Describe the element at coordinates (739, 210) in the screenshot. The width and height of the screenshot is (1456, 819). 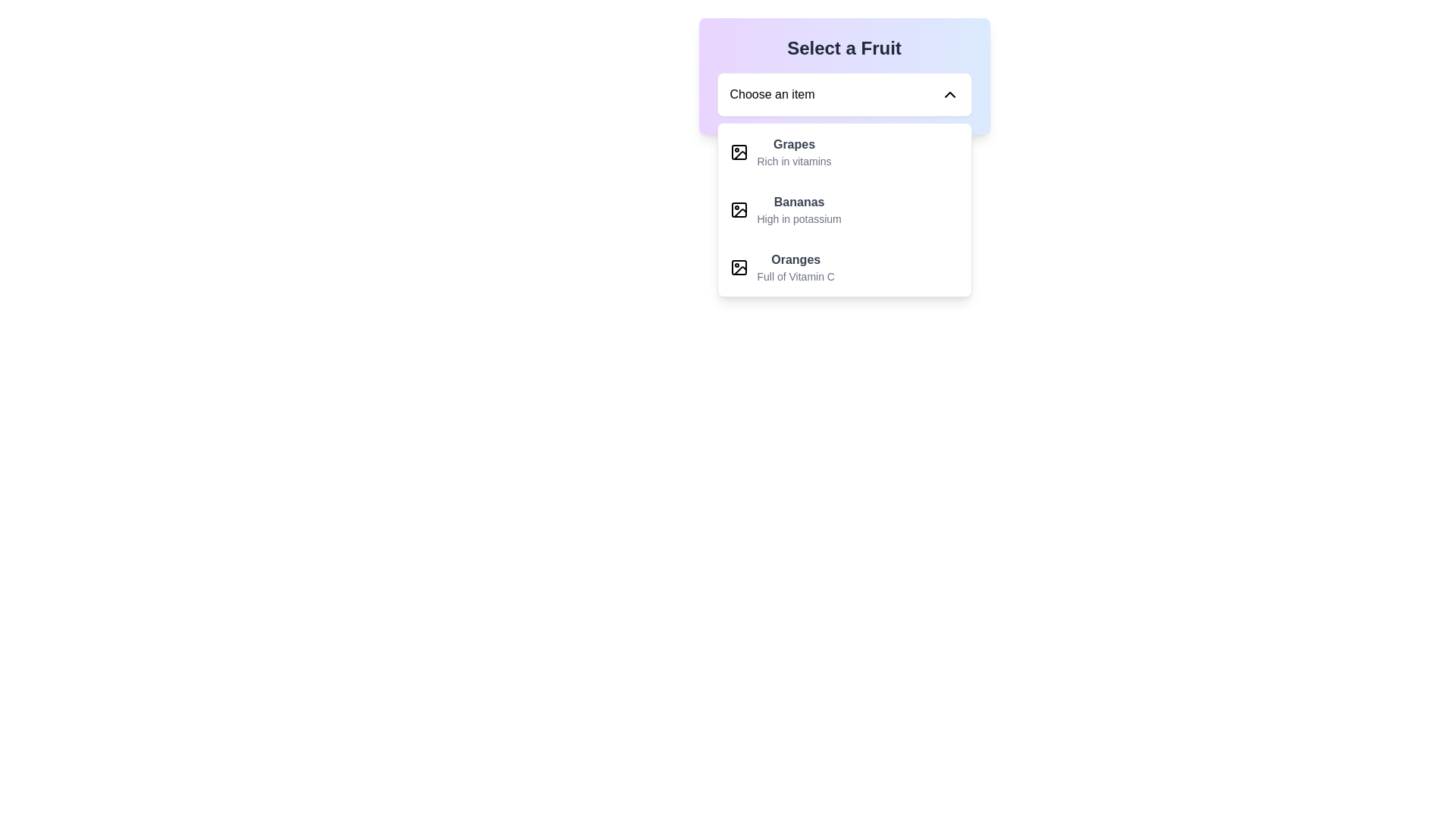
I see `the 'Bananas' icon in the dropdown menu, which is the second icon in a vertical list of three, visually representing the 'Bananas' option` at that location.